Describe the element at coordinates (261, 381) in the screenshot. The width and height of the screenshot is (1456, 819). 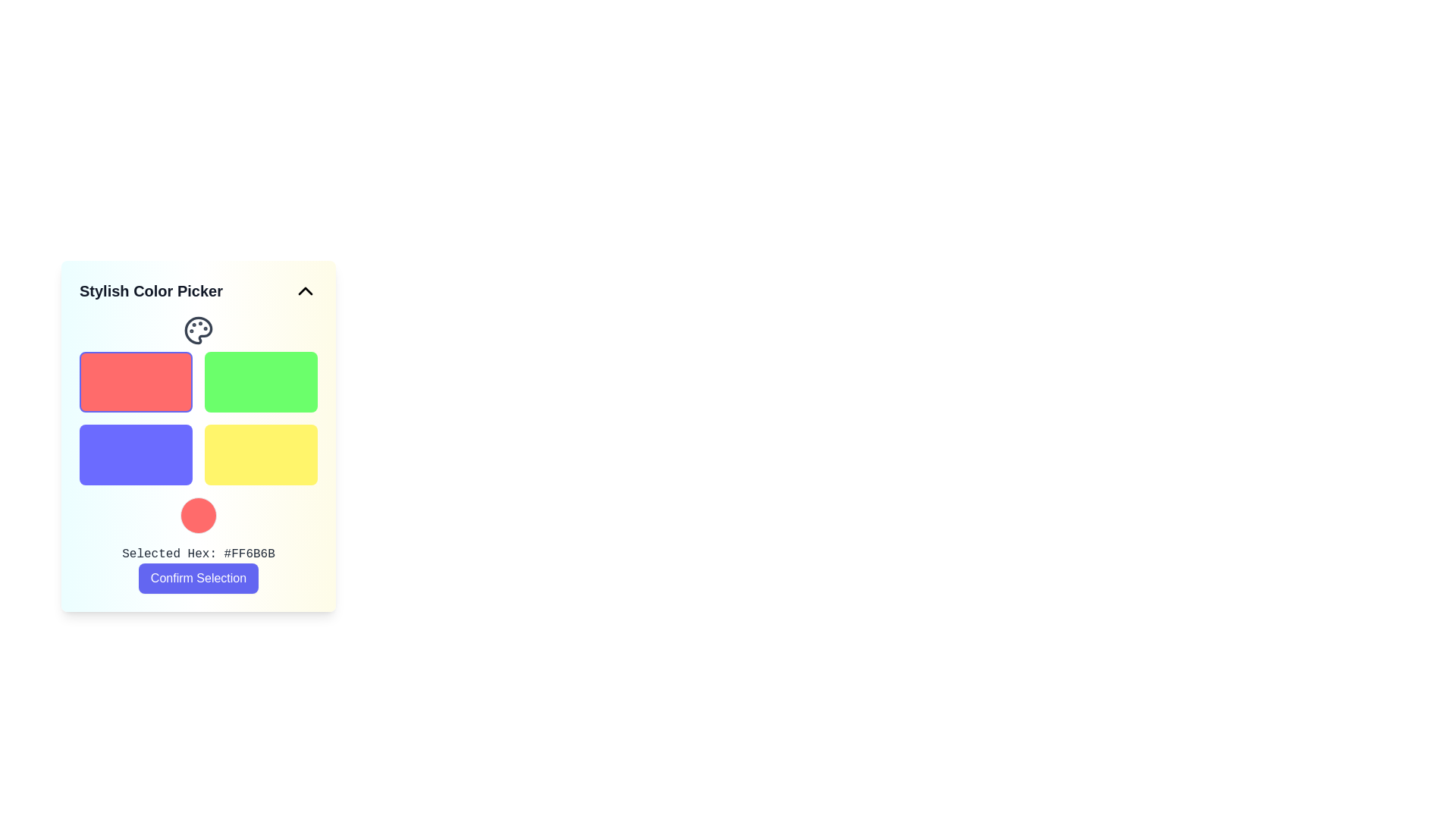
I see `the vibrant green button located in the top-right quadrant of the 2x2 grid layout` at that location.